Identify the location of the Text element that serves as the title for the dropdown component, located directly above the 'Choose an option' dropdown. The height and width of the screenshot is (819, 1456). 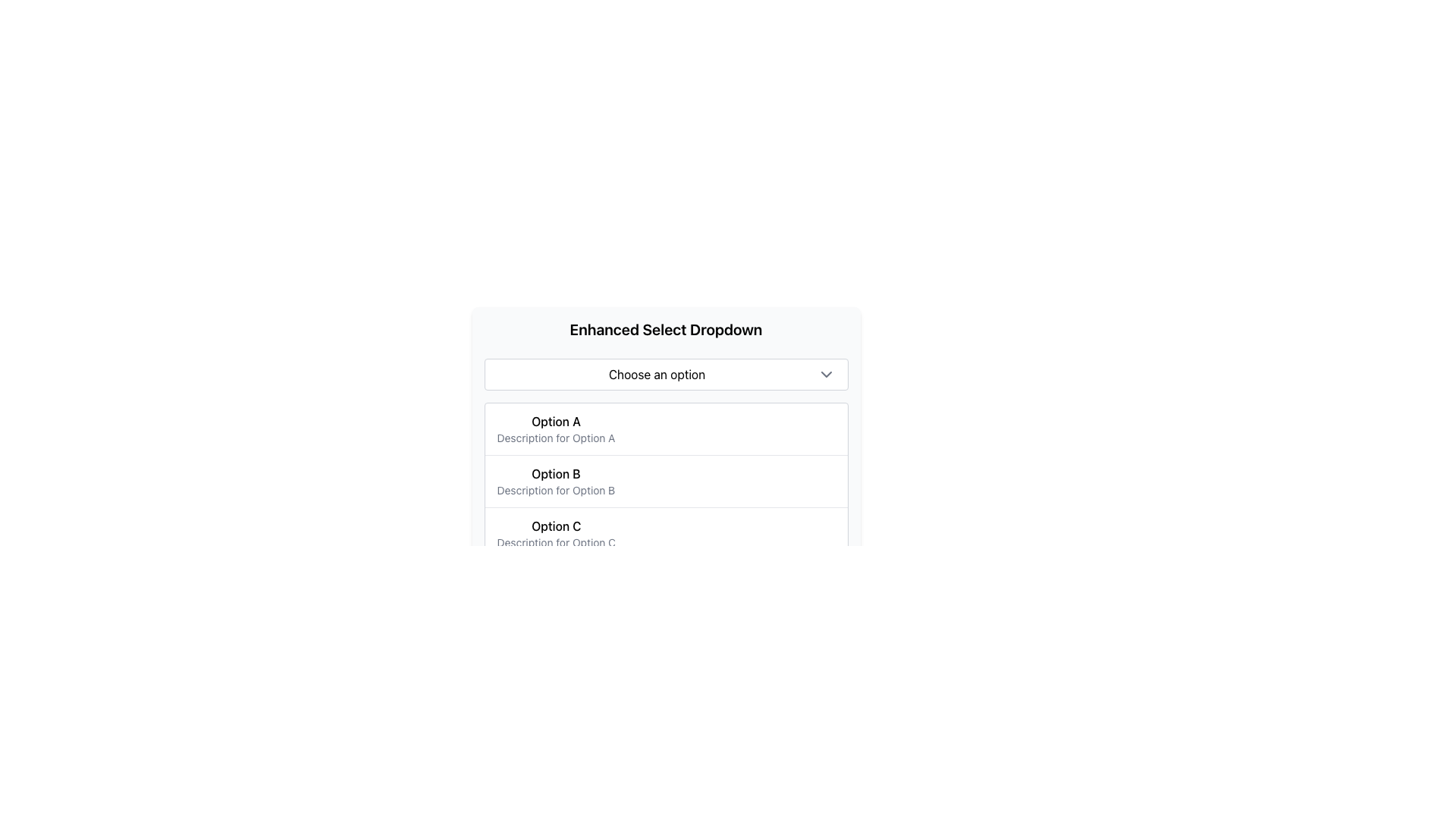
(666, 329).